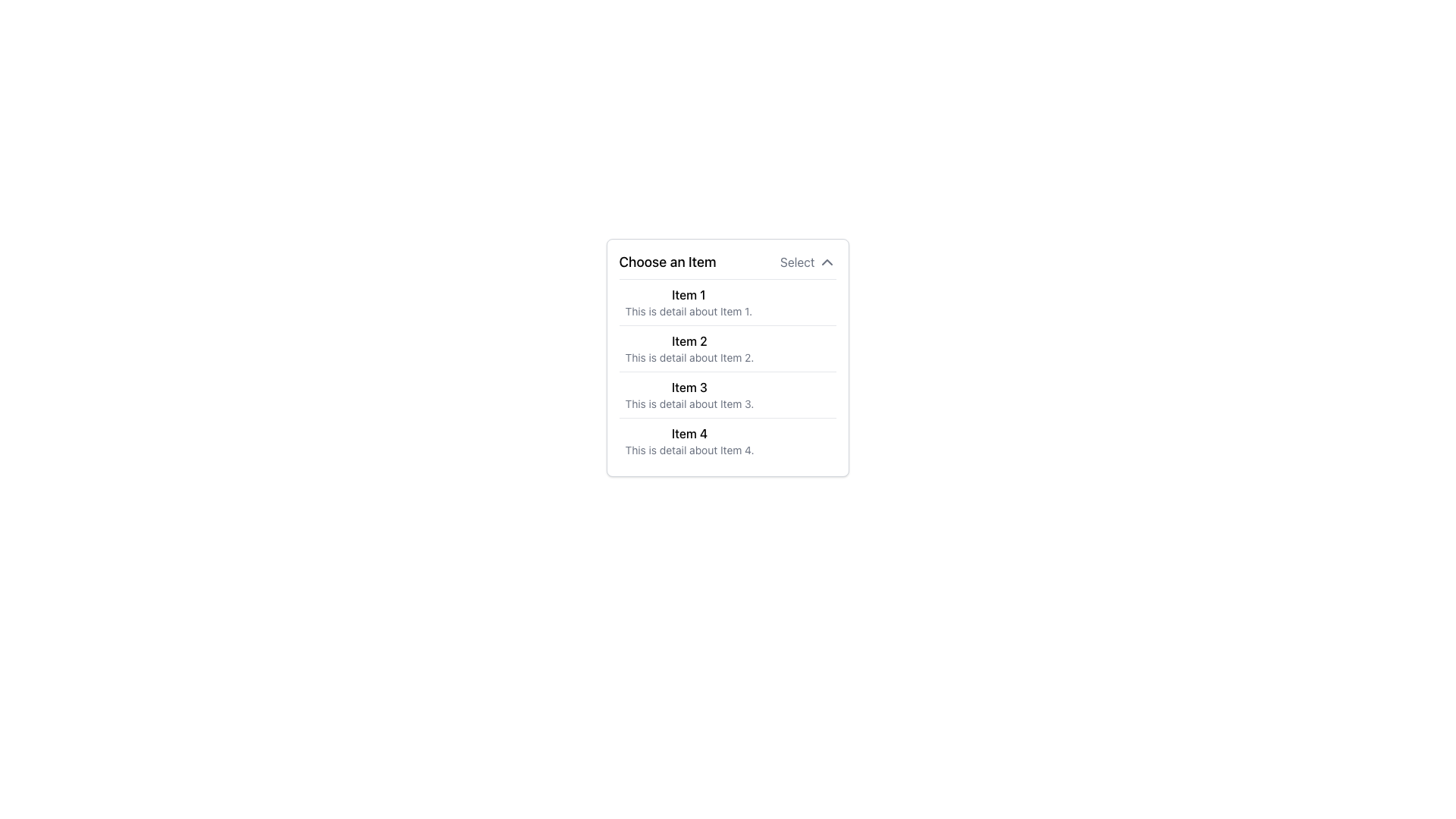 Image resolution: width=1456 pixels, height=819 pixels. I want to click on the descriptive text label located directly beneath the bold title 'Item 2' in the dropdown list, so click(689, 357).